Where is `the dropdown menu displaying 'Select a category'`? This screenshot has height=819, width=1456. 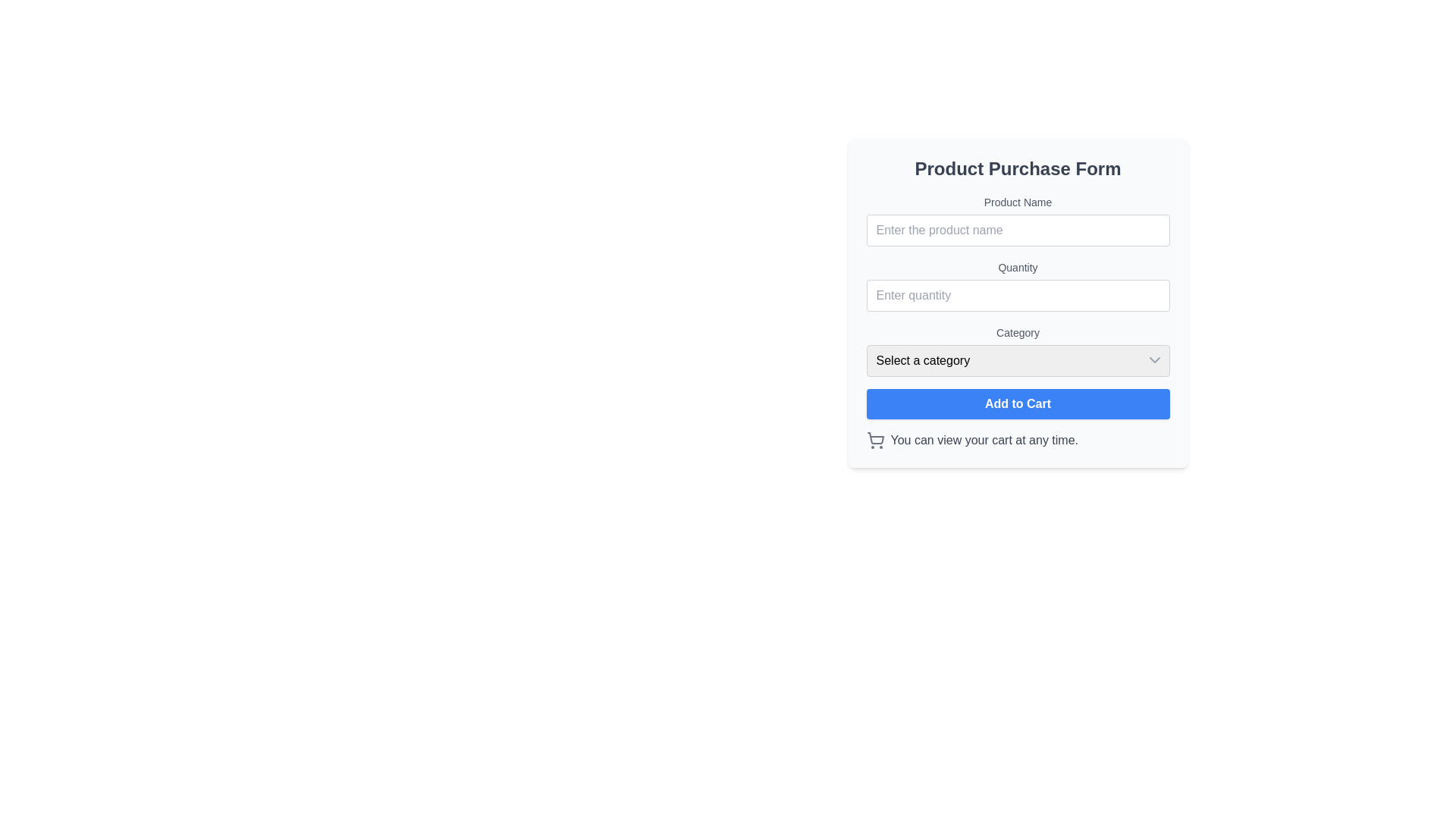
the dropdown menu displaying 'Select a category' is located at coordinates (1018, 360).